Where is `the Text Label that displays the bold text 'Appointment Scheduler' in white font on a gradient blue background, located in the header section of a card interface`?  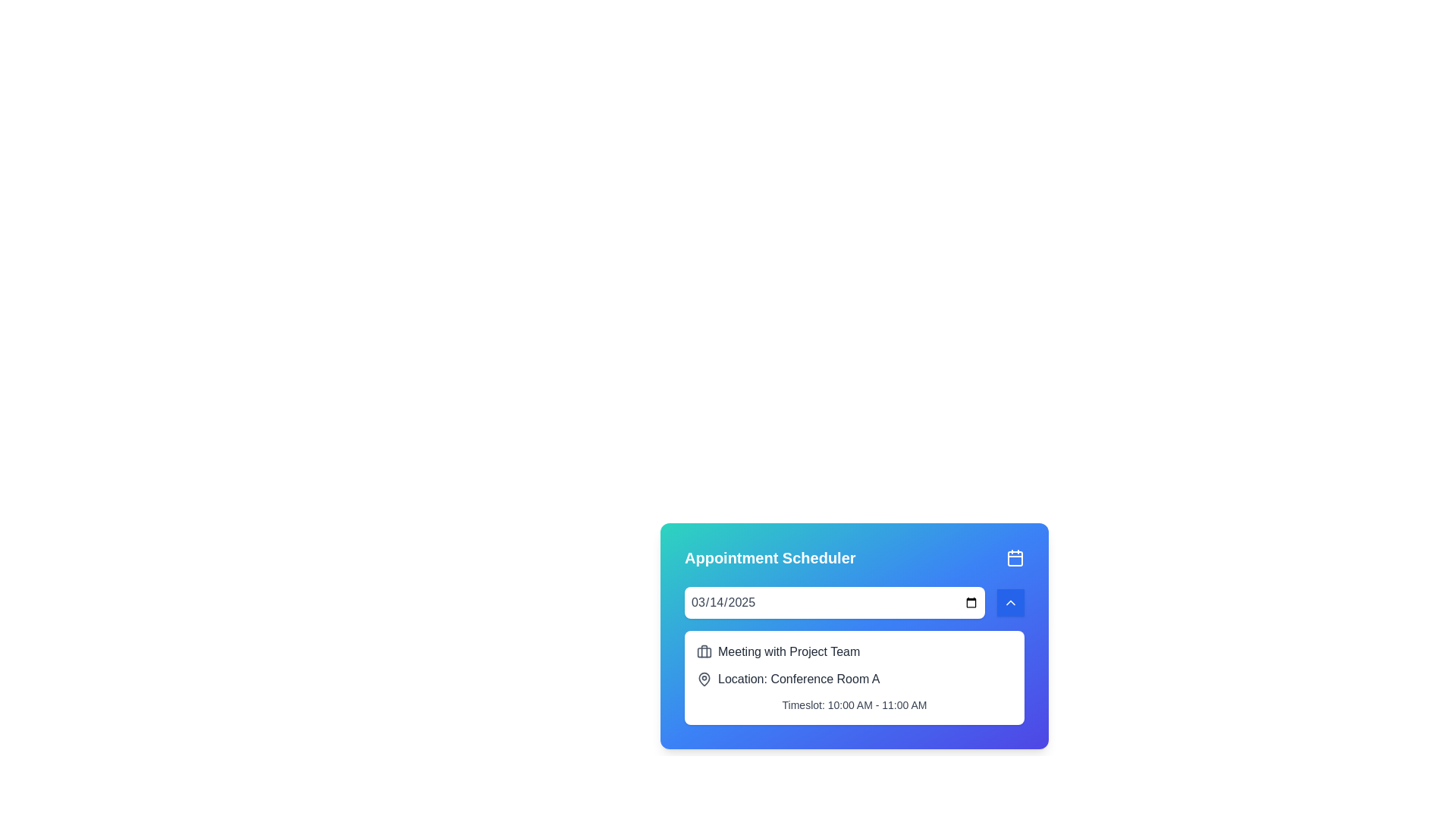
the Text Label that displays the bold text 'Appointment Scheduler' in white font on a gradient blue background, located in the header section of a card interface is located at coordinates (770, 558).